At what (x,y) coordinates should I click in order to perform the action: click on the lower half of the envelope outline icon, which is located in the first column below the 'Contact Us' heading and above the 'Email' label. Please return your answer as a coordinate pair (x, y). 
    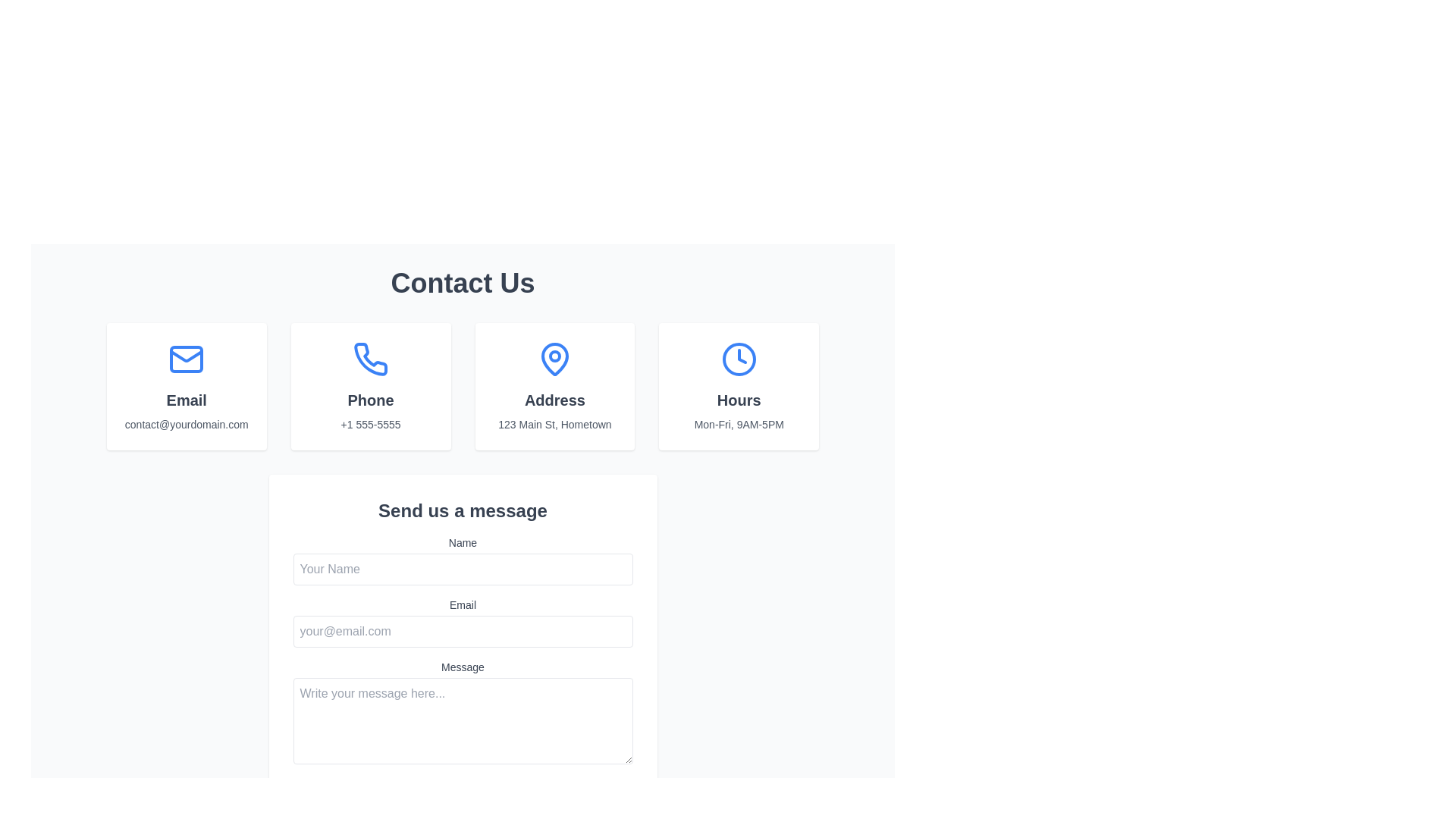
    Looking at the image, I should click on (186, 356).